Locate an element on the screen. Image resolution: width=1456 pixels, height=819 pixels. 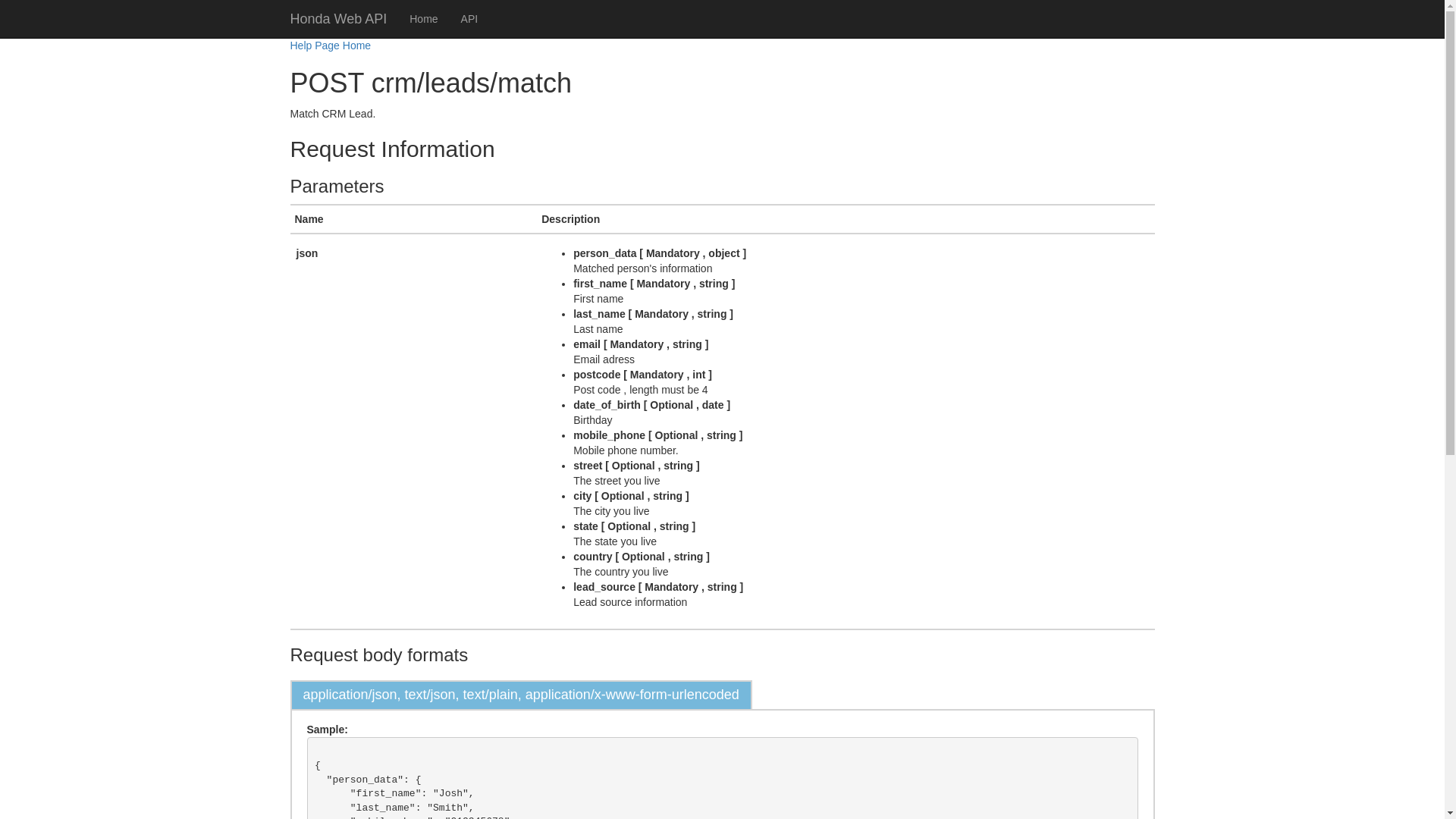
'Honda Web API' is located at coordinates (279, 18).